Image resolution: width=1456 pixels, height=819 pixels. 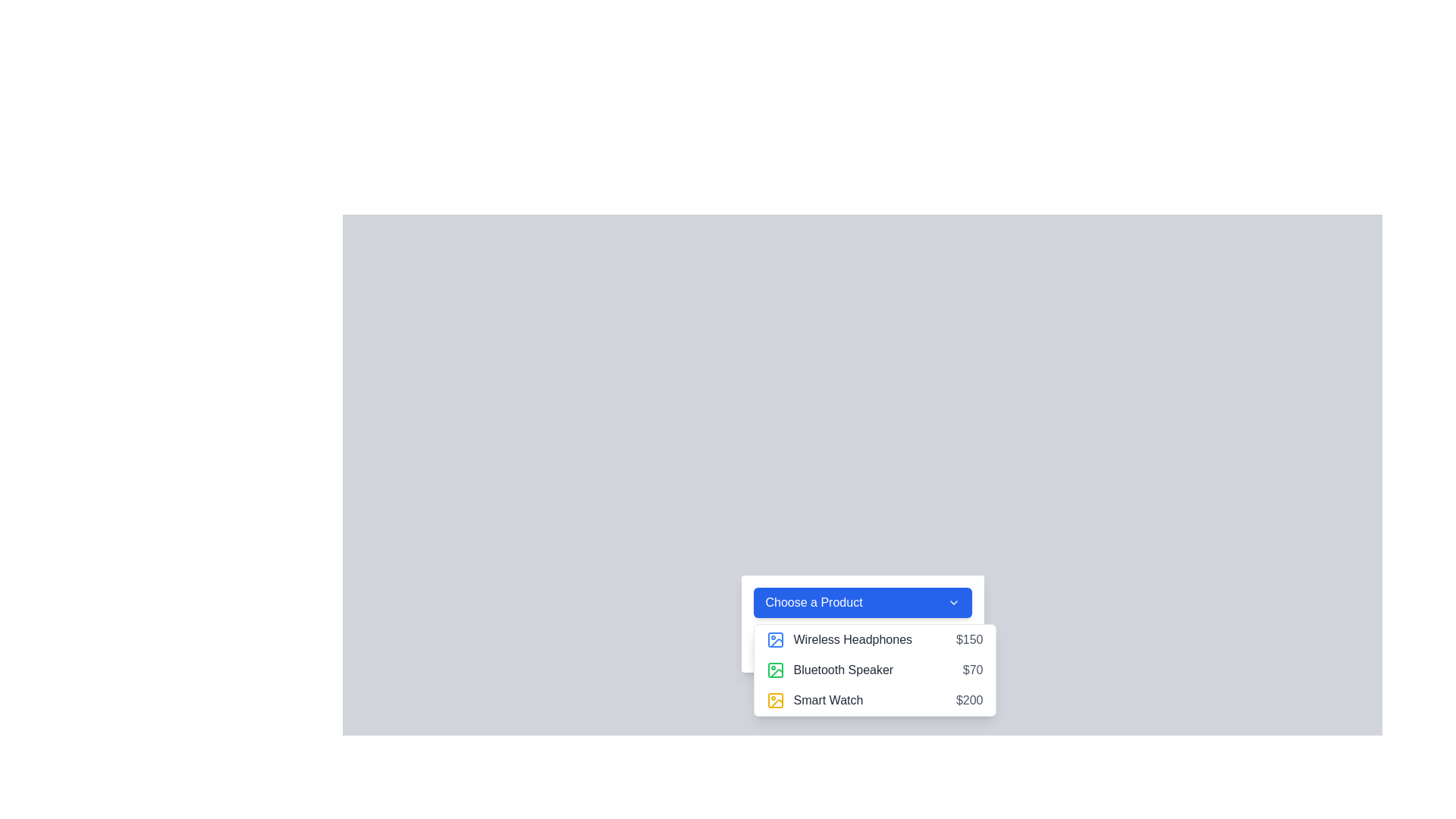 What do you see at coordinates (827, 701) in the screenshot?
I see `the text label displaying 'Smart Watch' in bold dark gray font located at the rightmost position of a horizontal layout within a dropdown menu` at bounding box center [827, 701].